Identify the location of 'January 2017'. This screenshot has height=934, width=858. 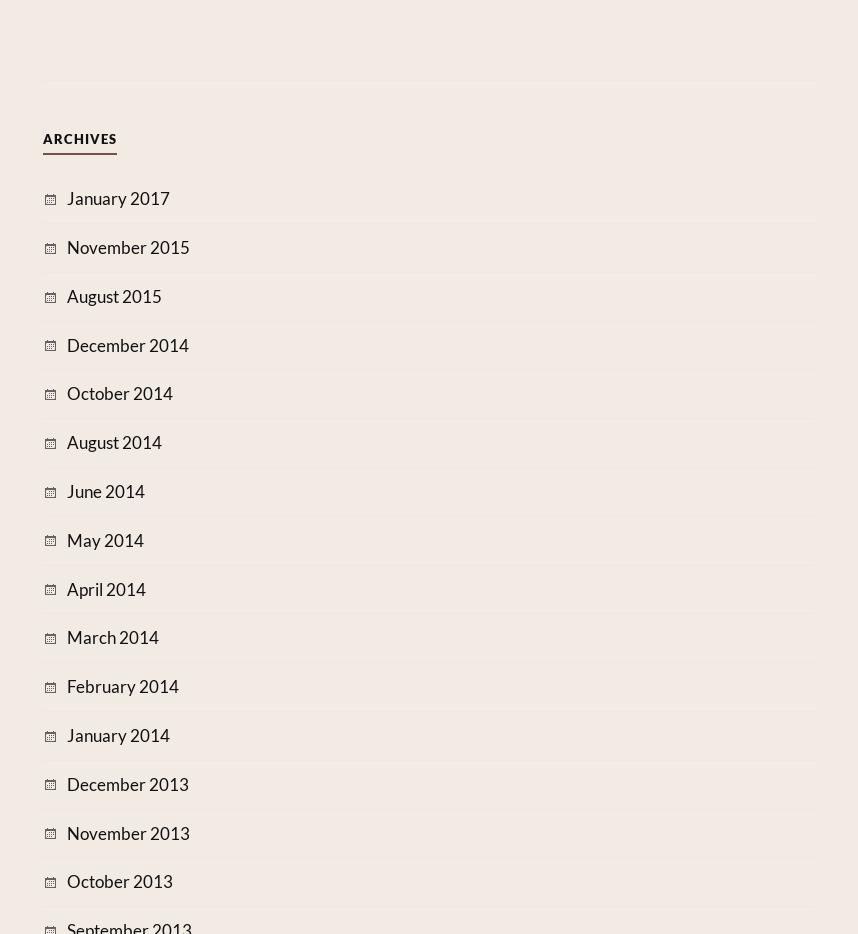
(64, 197).